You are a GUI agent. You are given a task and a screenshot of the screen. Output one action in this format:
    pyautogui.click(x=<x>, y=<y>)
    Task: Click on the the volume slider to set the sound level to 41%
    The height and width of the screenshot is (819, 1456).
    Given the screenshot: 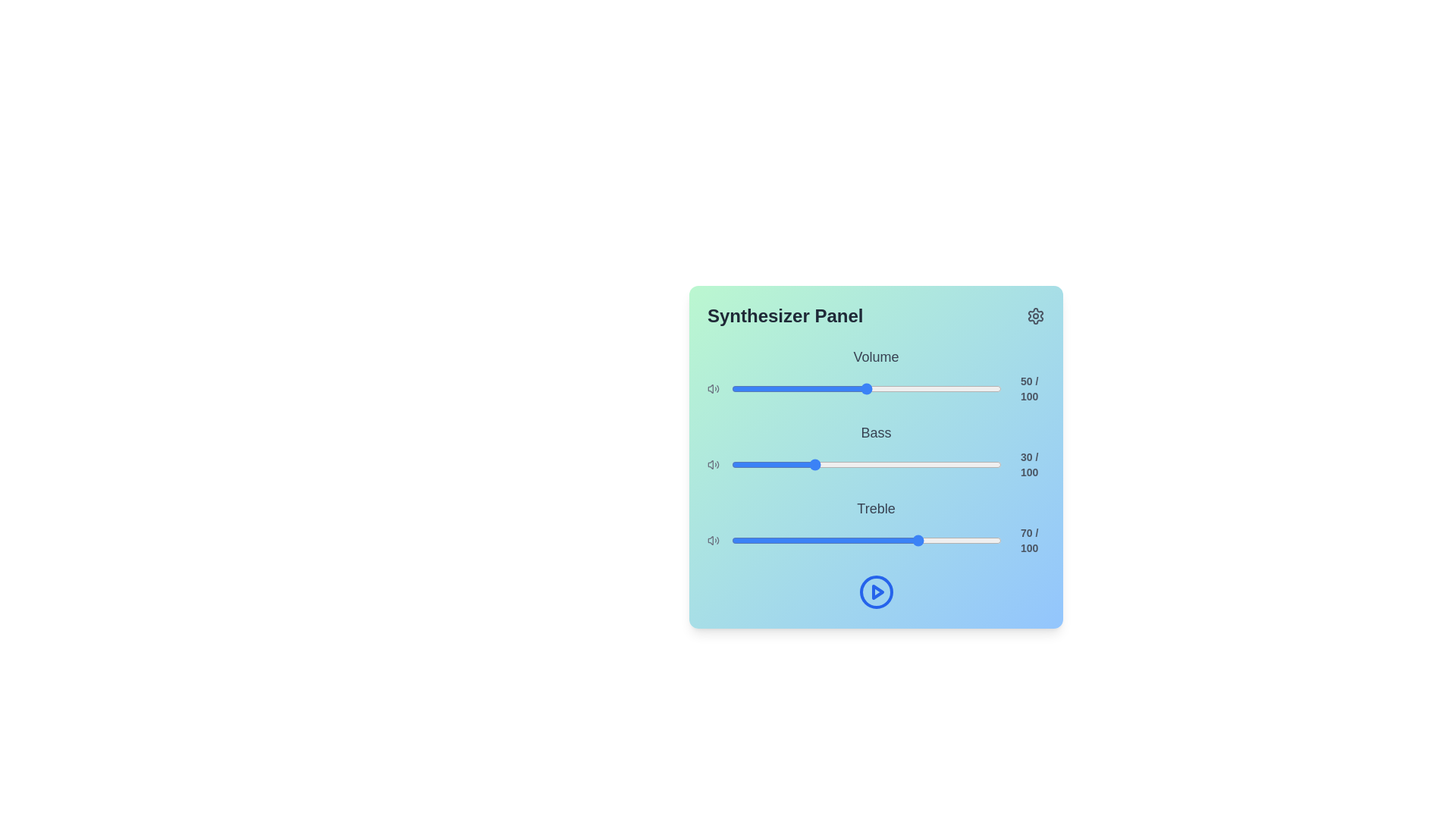 What is the action you would take?
    pyautogui.click(x=841, y=388)
    